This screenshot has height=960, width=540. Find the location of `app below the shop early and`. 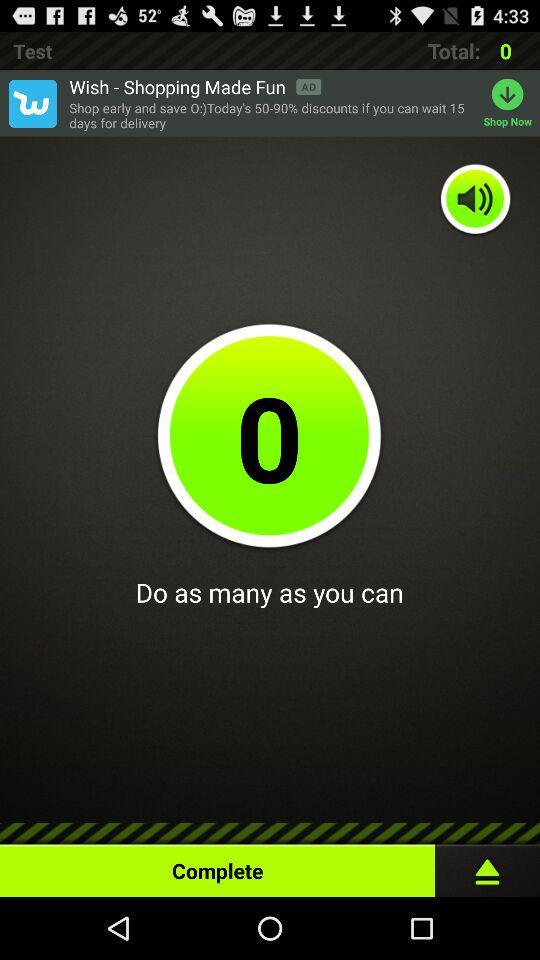

app below the shop early and is located at coordinates (475, 200).